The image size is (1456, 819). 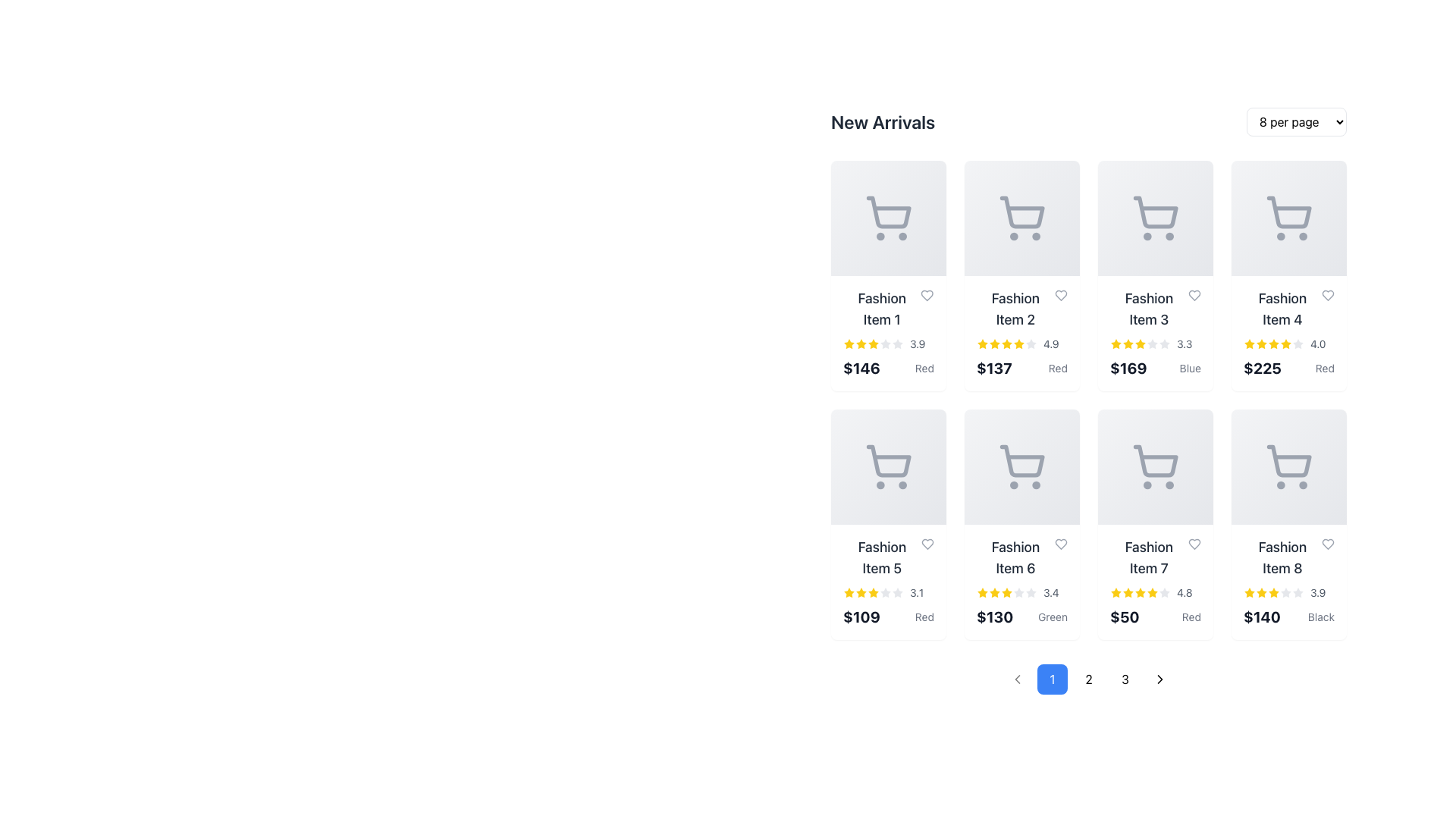 I want to click on text content of the product title label that displays 'Fashion Item 1', located under the shopping cart icon and to the left of the heart icon in the New Arrivals section, so click(x=888, y=309).